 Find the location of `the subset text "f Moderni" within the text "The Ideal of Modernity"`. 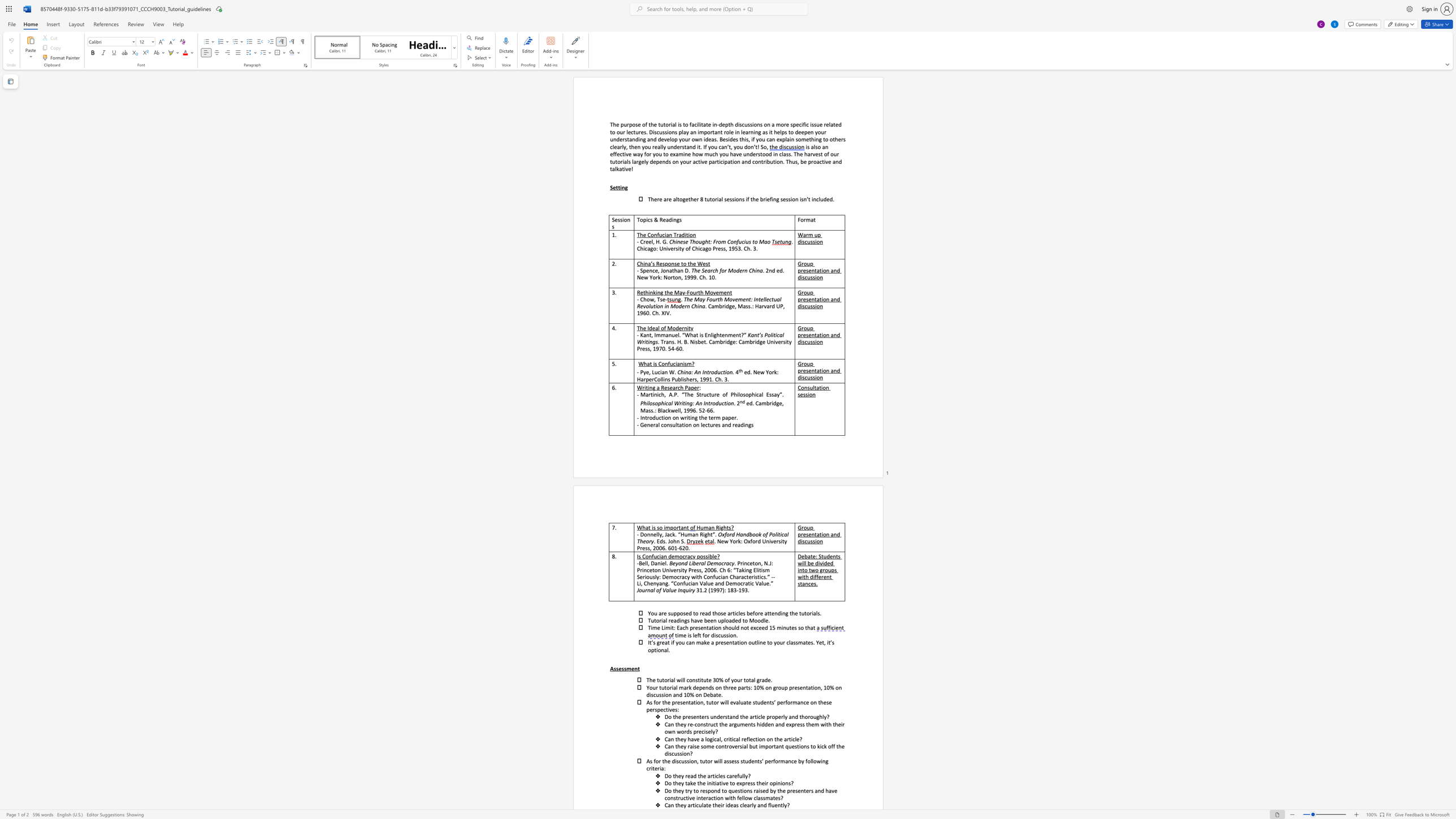

the subset text "f Moderni" within the text "The Ideal of Modernity" is located at coordinates (663, 328).